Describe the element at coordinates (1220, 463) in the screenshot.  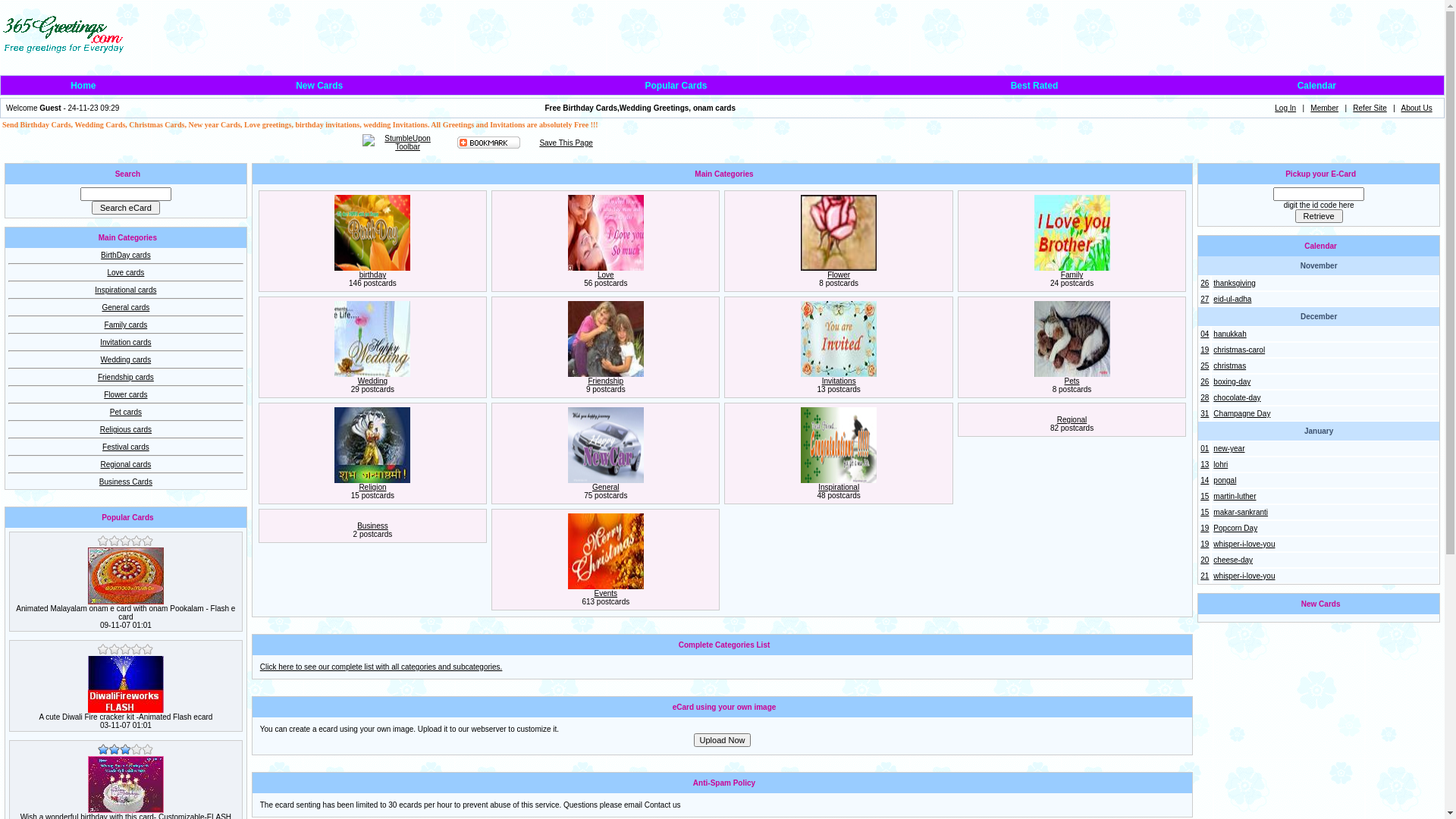
I see `'lohri'` at that location.